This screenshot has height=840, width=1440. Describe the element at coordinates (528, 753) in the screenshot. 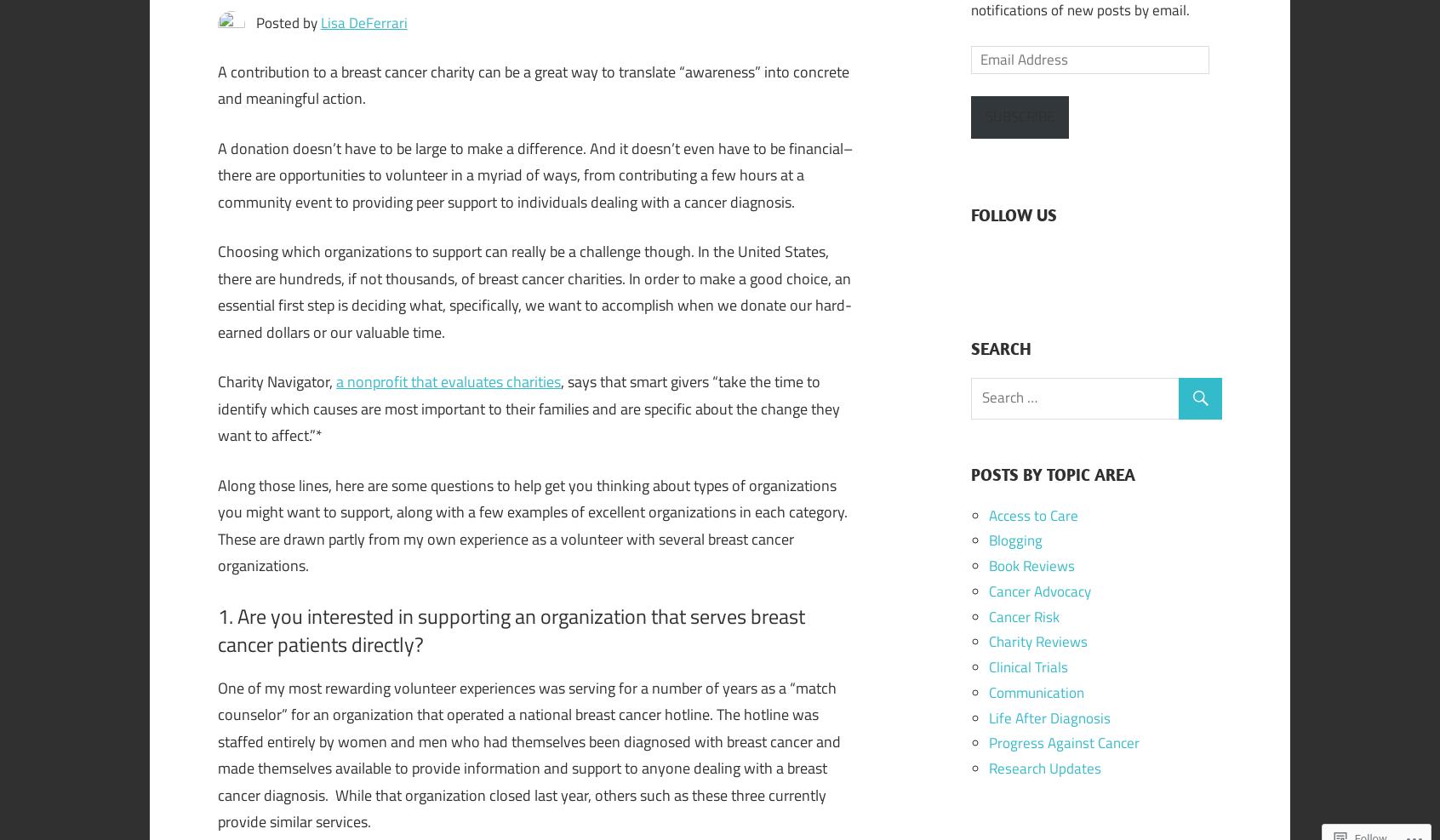

I see `'One of my most rewarding volunteer experiences was serving for a number of years as a “match counselor” for an organization that operated a national breast cancer hotline. The hotline was staffed entirely by women and men who had themselves been diagnosed with breast cancer and made themselves available to provide information and support to anyone dealing with a breast cancer diagnosis.  While that organization closed last year, others such as these three currently provide similar services.'` at that location.